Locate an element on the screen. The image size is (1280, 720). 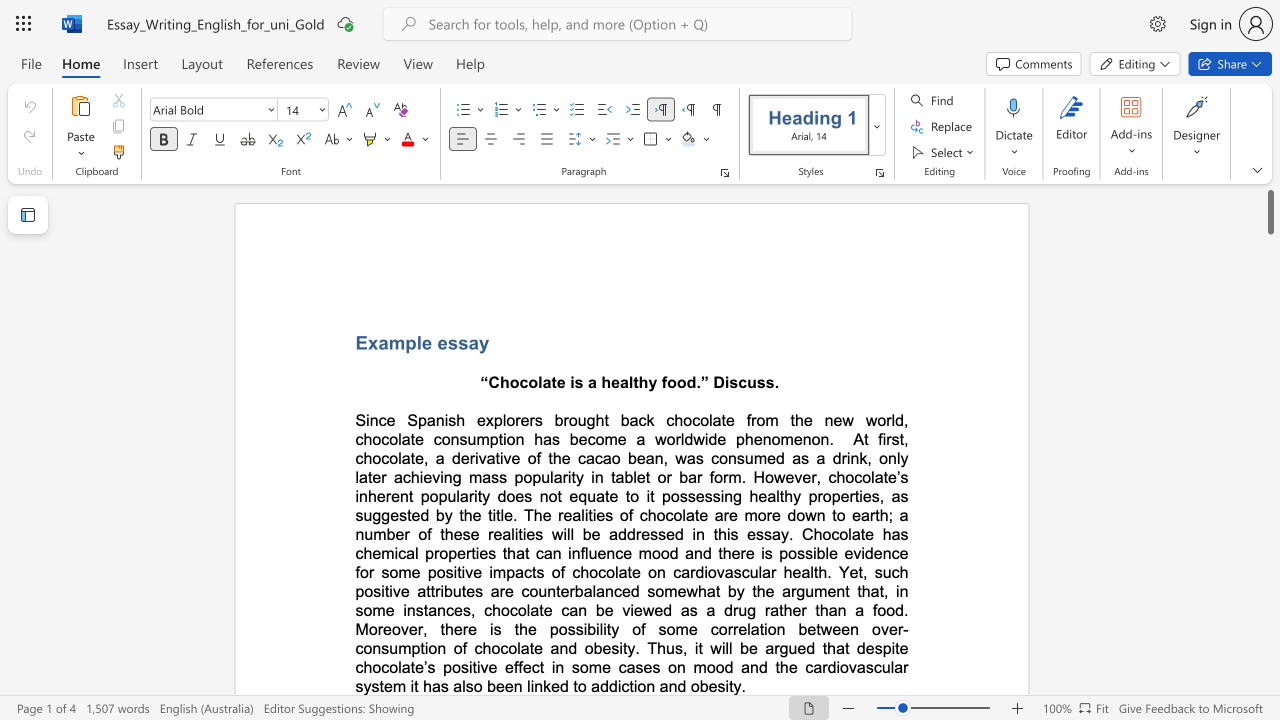
the scrollbar to scroll the page down is located at coordinates (1269, 390).